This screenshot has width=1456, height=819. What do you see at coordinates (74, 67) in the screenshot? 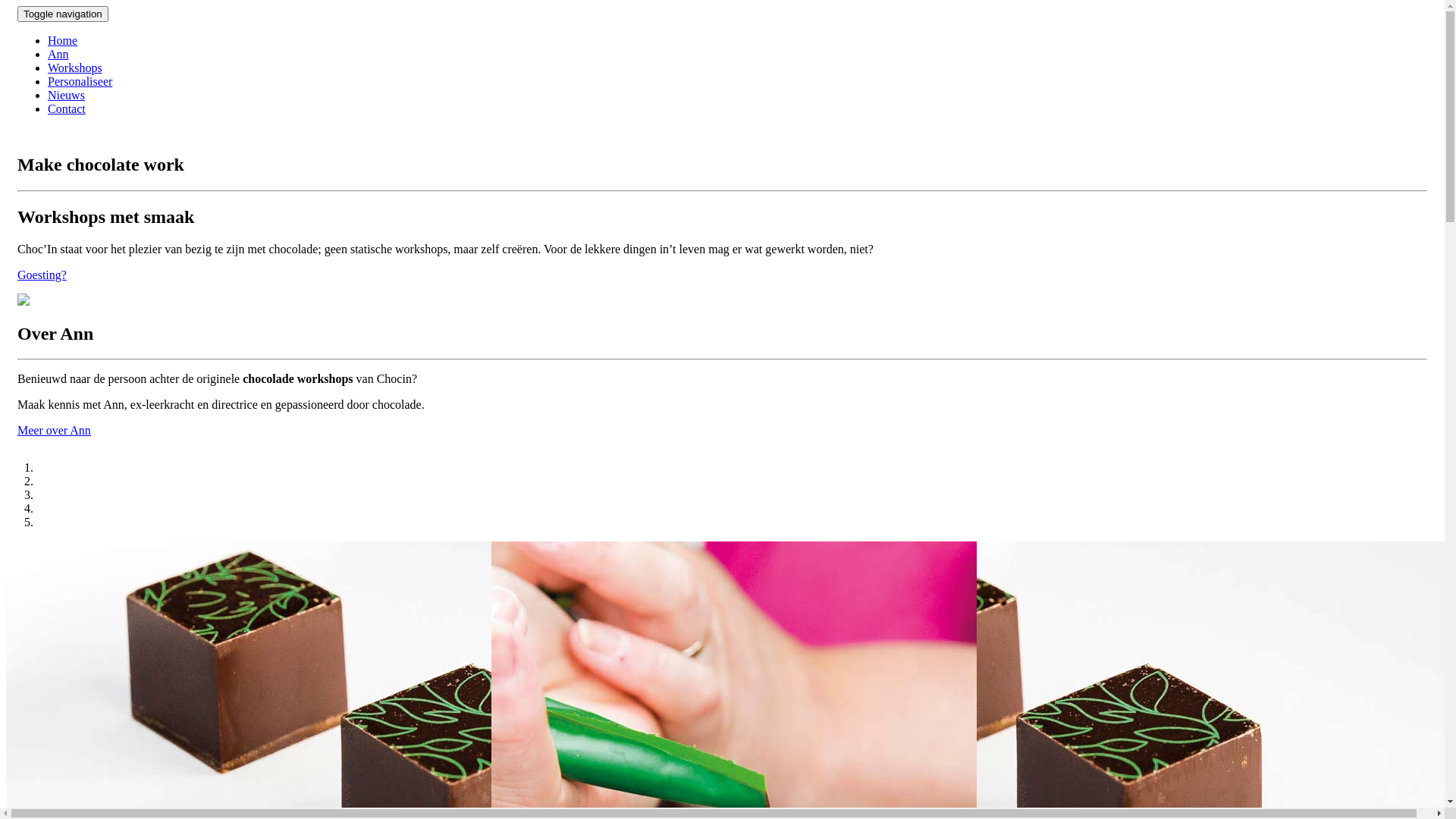
I see `'Workshops'` at bounding box center [74, 67].